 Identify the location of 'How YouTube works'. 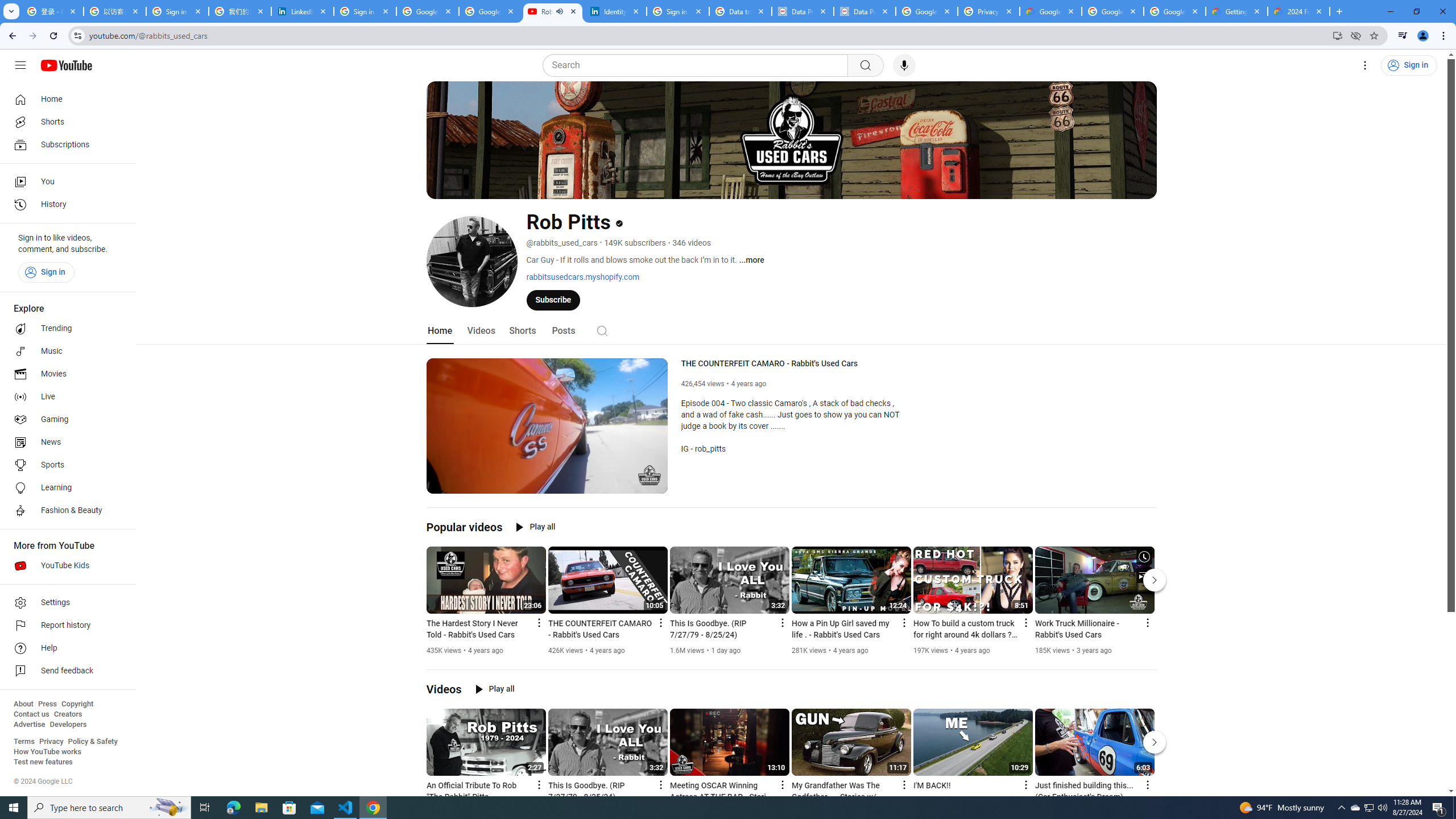
(47, 751).